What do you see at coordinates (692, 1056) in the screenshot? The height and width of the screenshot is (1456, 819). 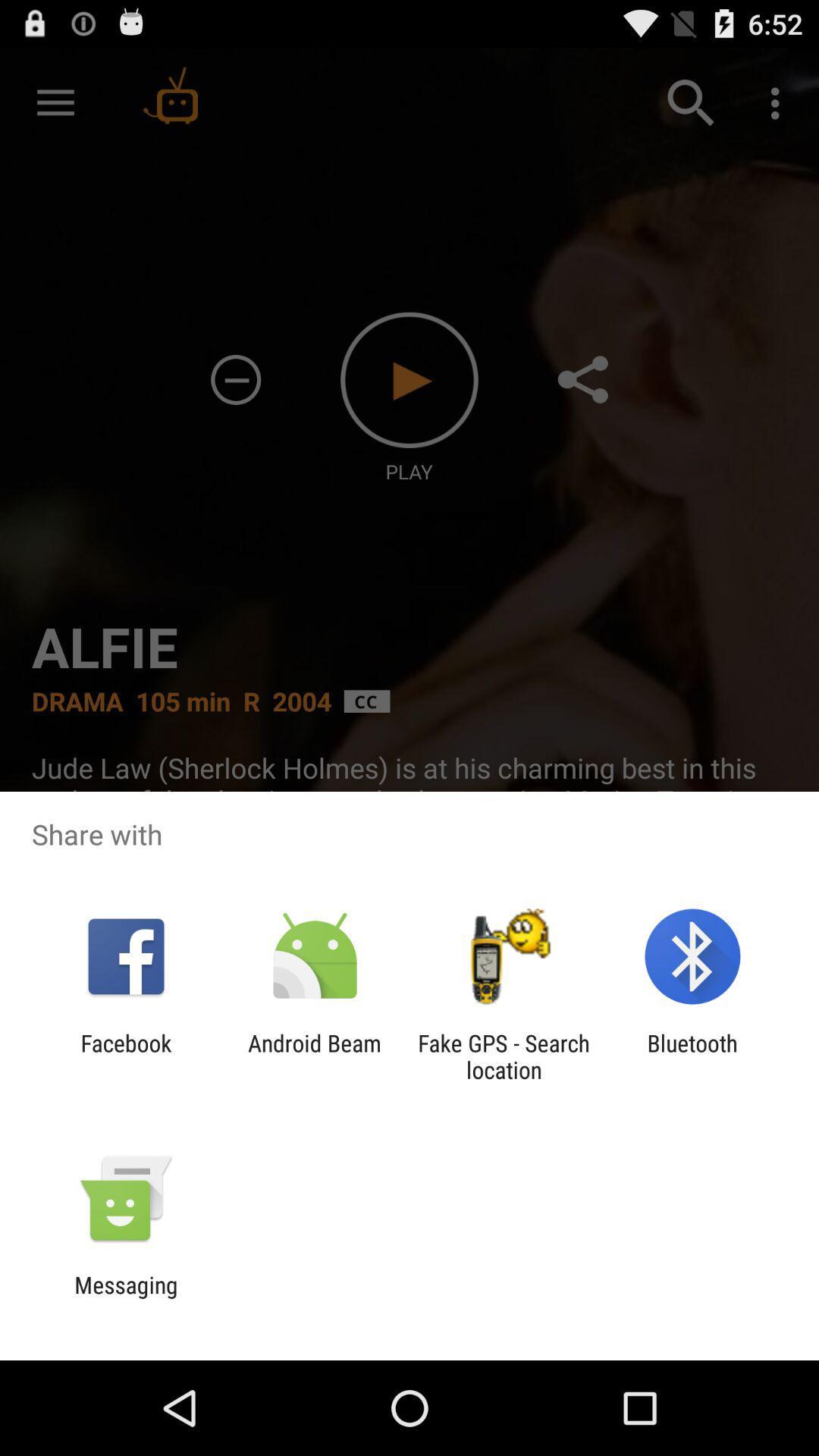 I see `the item next to the fake gps search` at bounding box center [692, 1056].